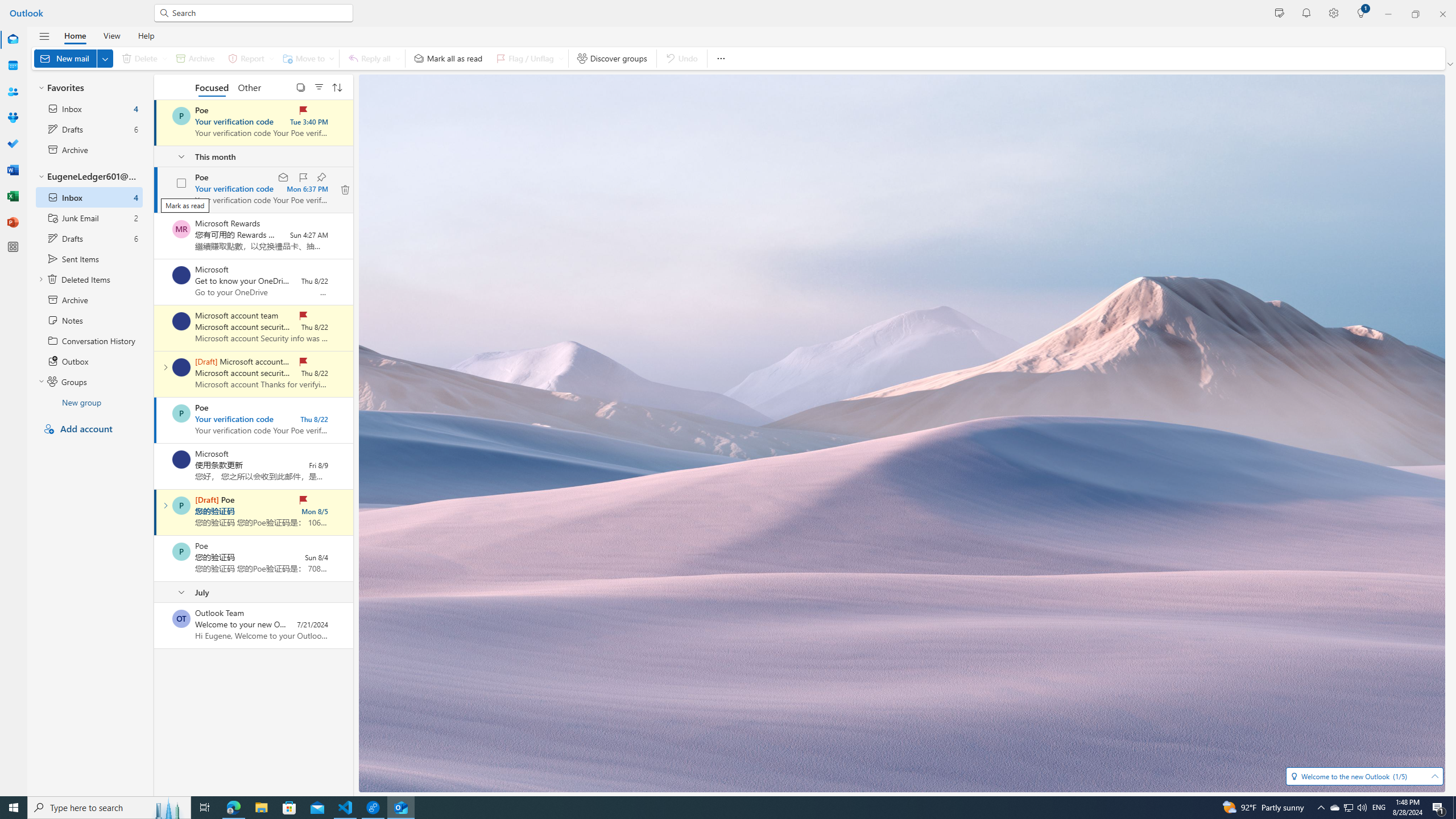  Describe the element at coordinates (271, 58) in the screenshot. I see `'Expand to see more report options'` at that location.